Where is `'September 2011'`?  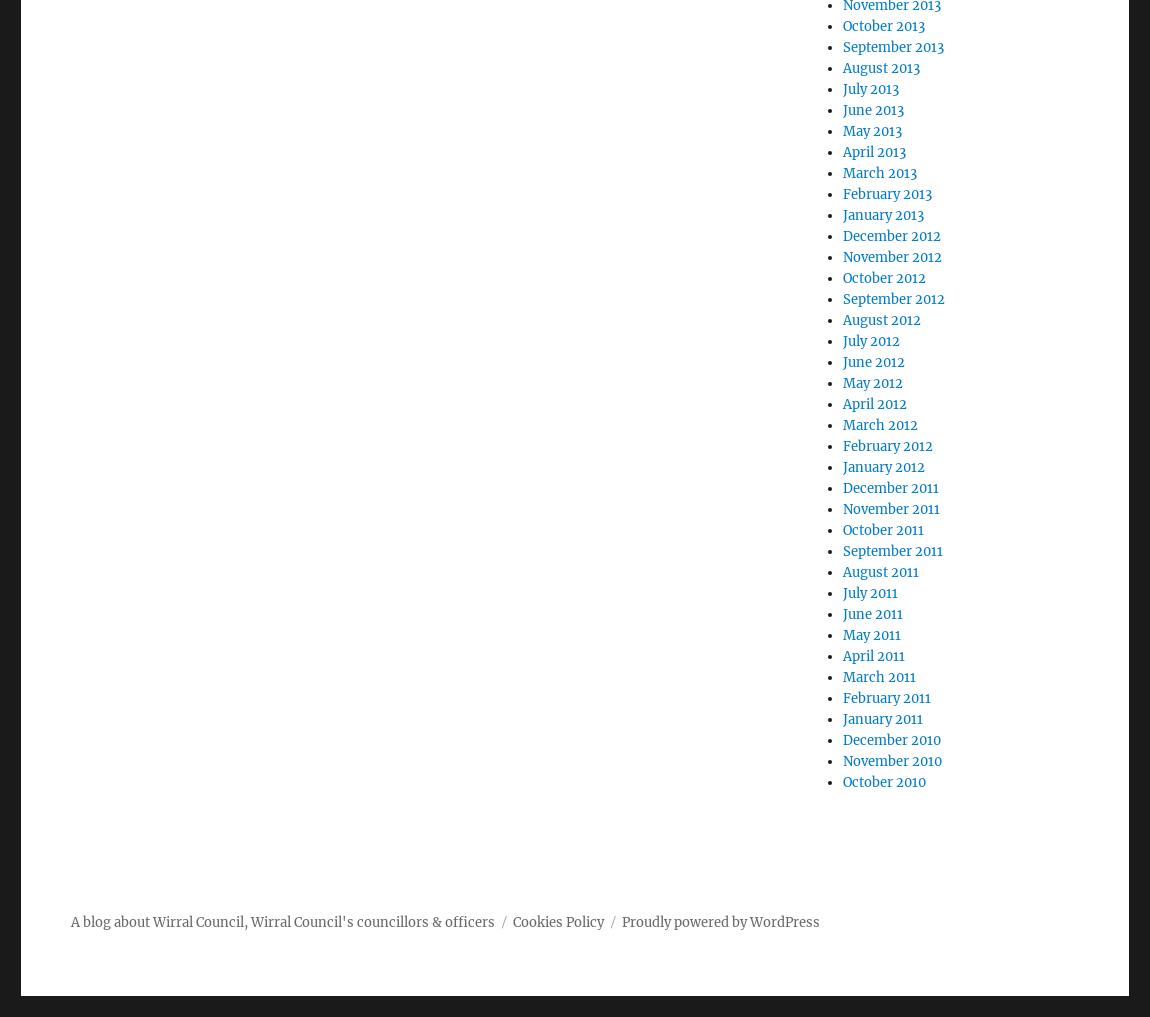 'September 2011' is located at coordinates (841, 551).